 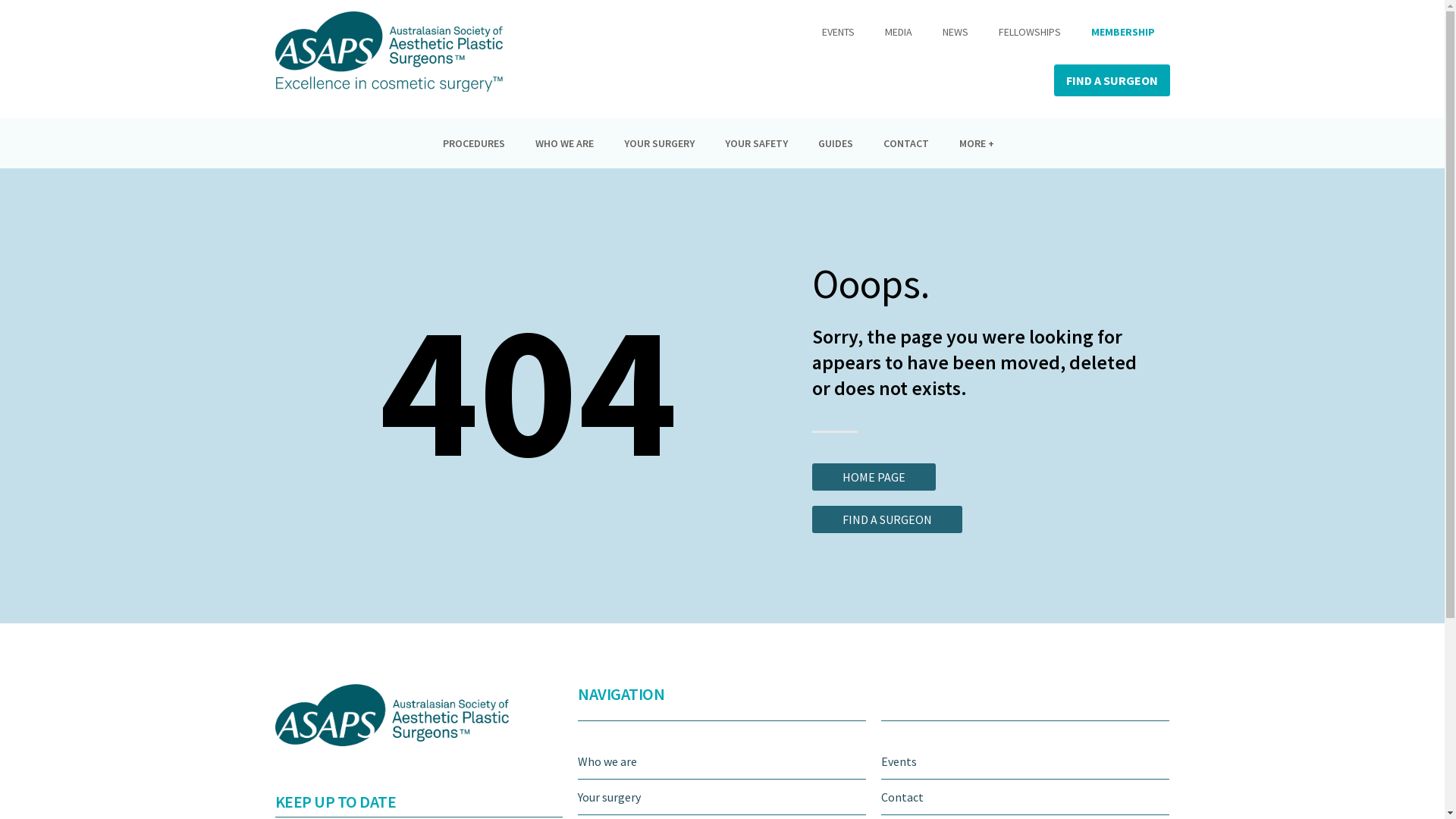 What do you see at coordinates (874, 475) in the screenshot?
I see `'HOME PAGE'` at bounding box center [874, 475].